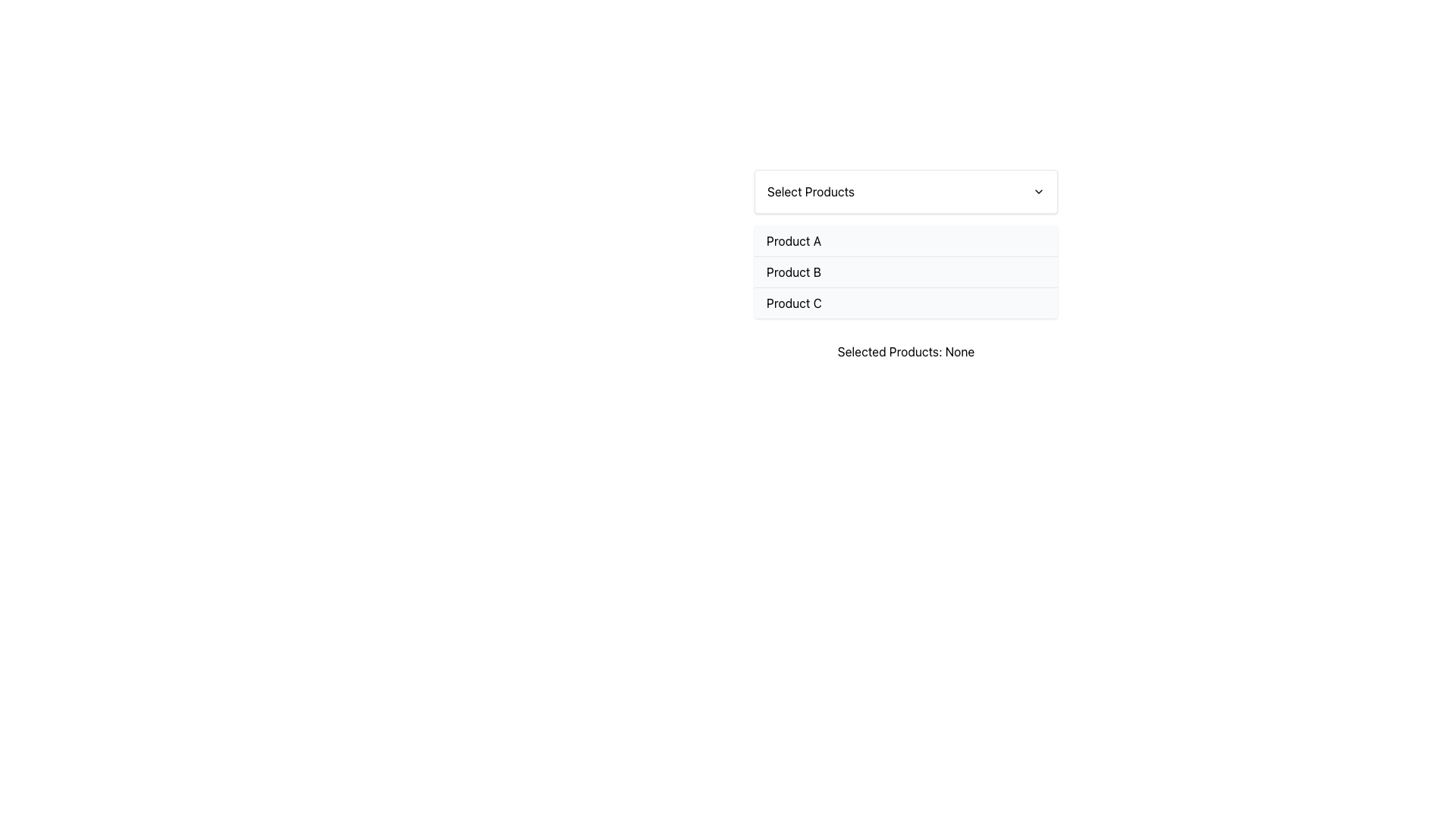  I want to click on the selectable dropdown list item labeled 'Product B', so click(906, 265).